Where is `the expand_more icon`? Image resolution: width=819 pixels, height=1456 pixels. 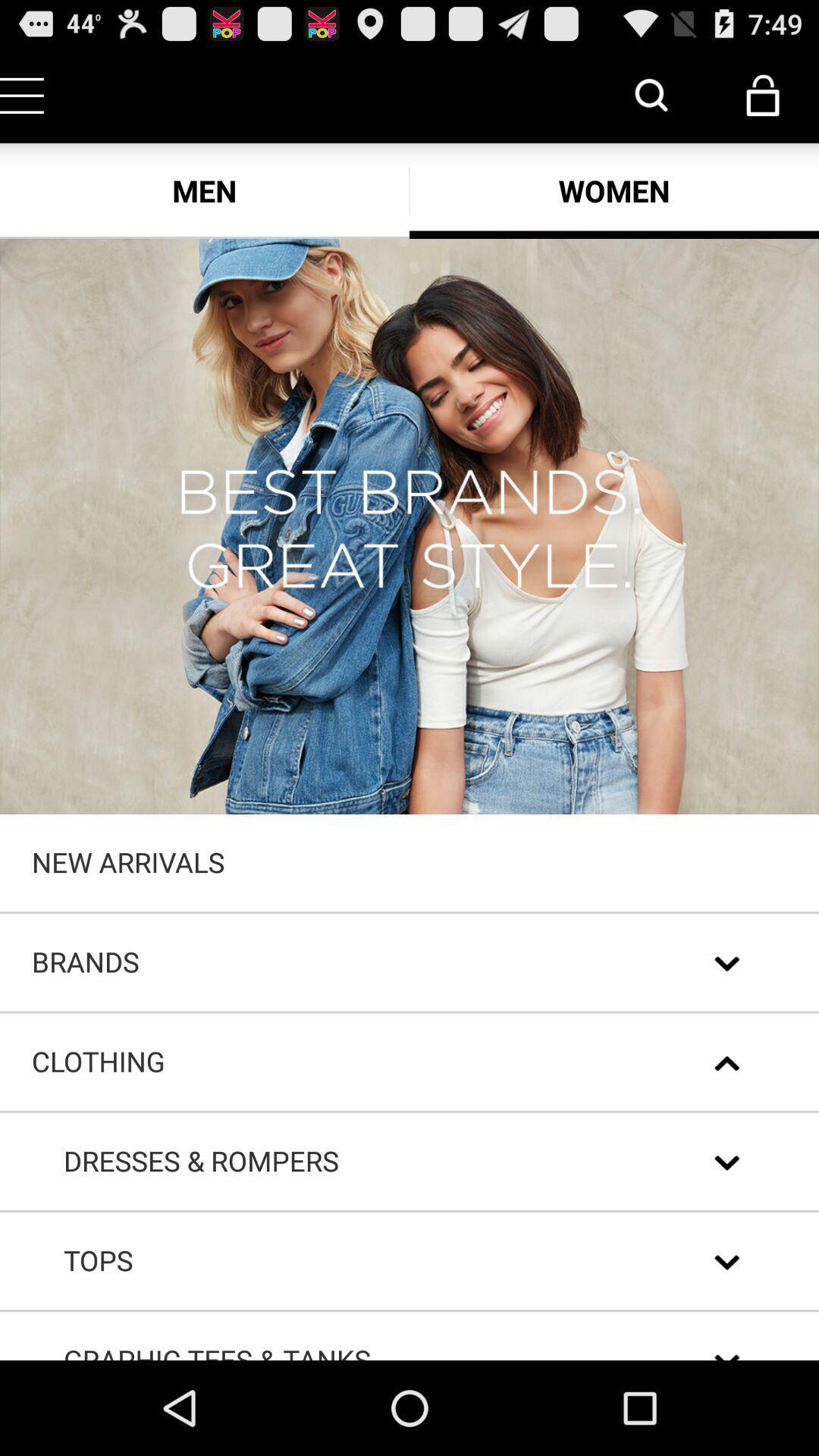
the expand_more icon is located at coordinates (726, 1031).